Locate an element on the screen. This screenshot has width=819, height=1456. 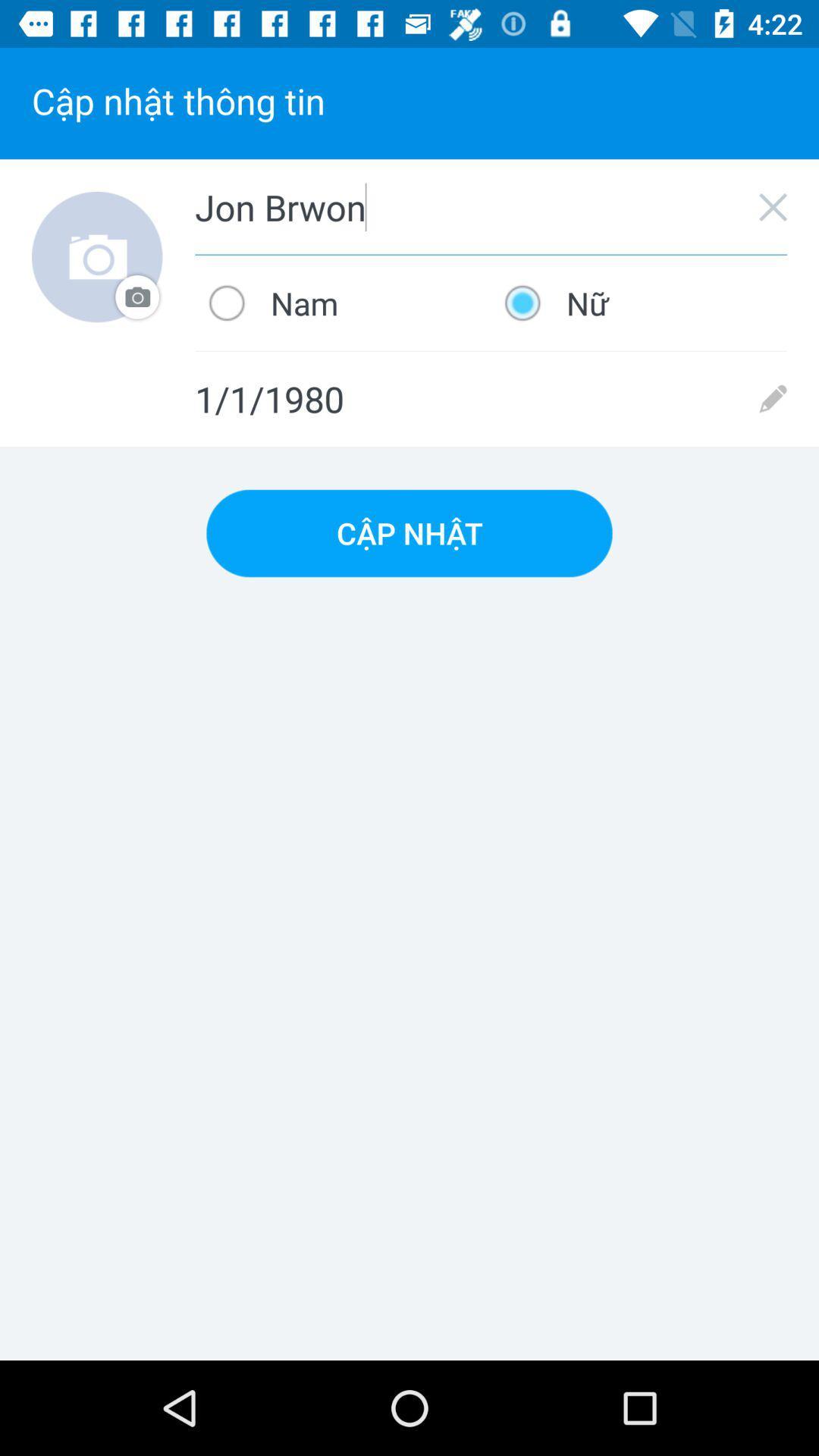
the item below jon brwon icon is located at coordinates (639, 303).